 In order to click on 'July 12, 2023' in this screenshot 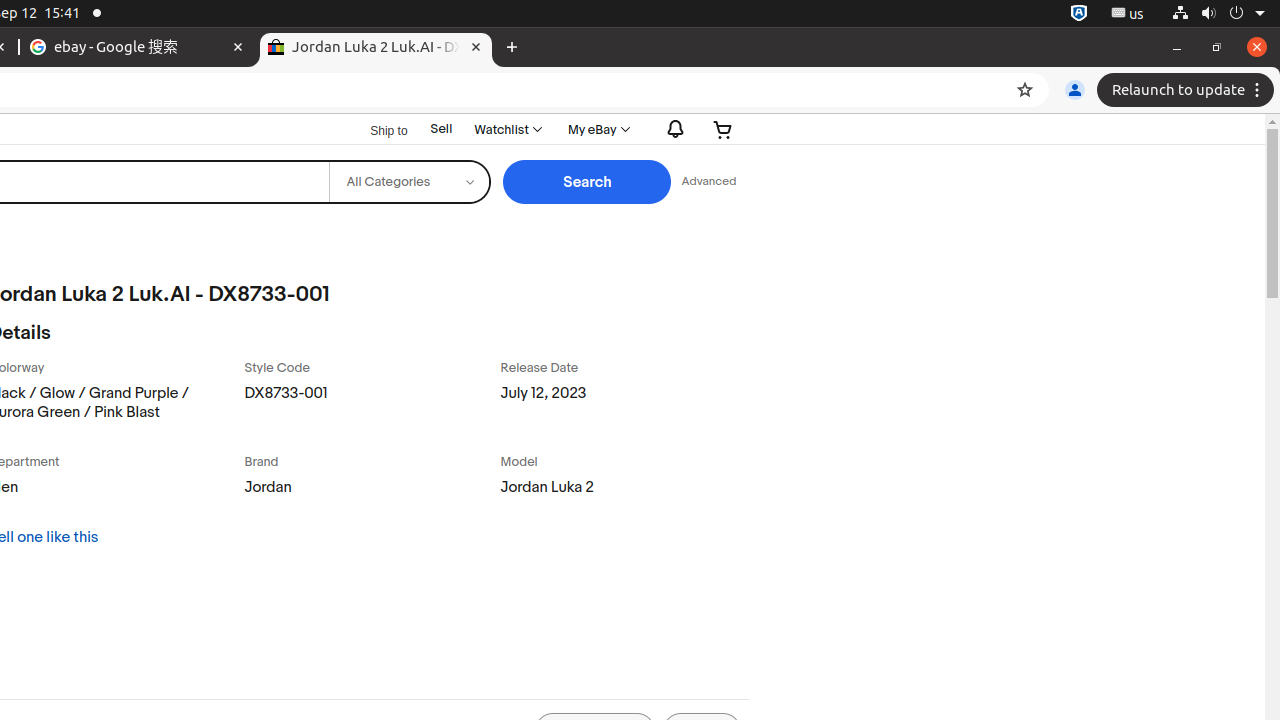, I will do `click(623, 405)`.